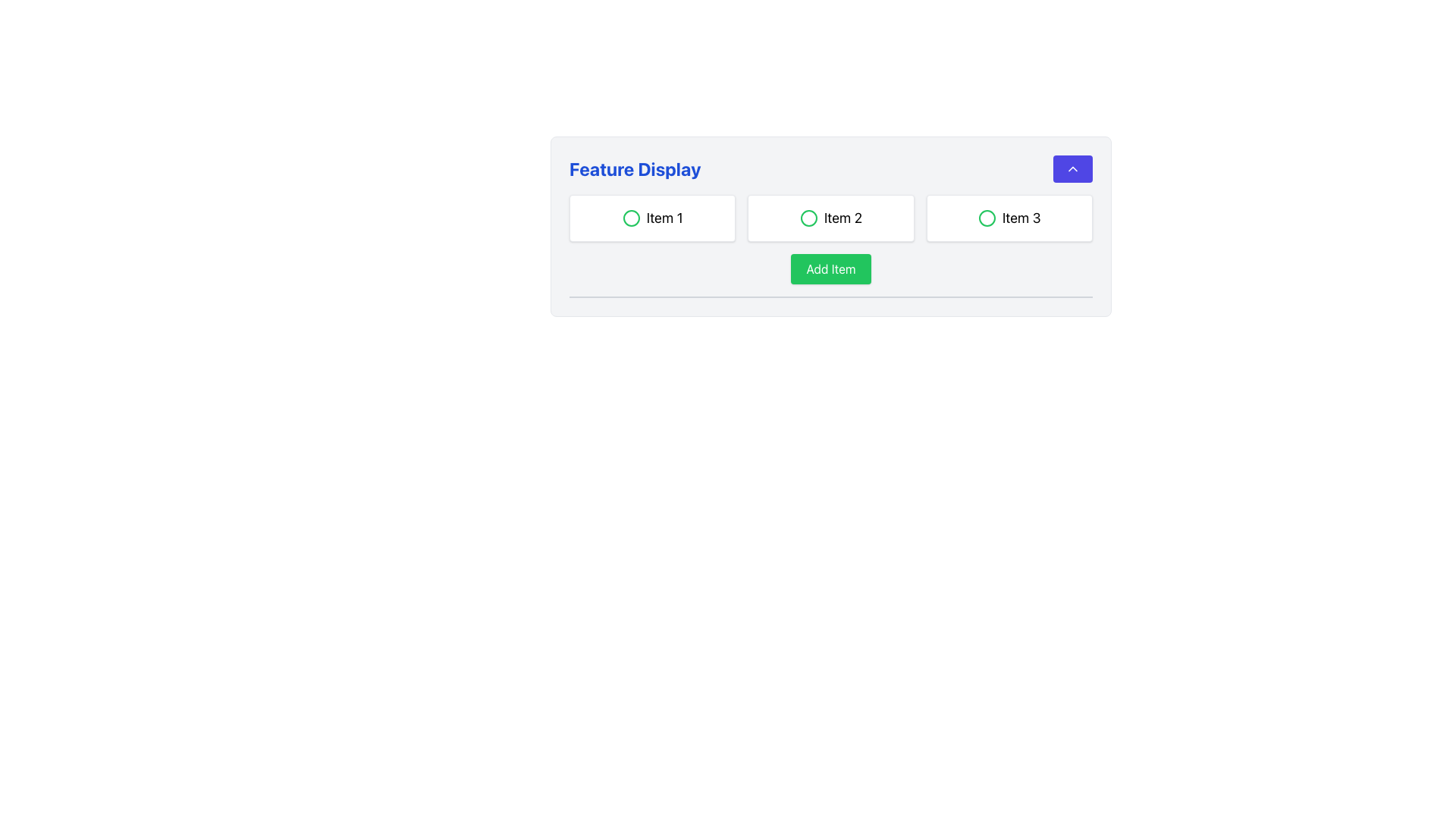 This screenshot has height=819, width=1456. I want to click on the selectable item labeled 'Item 1', which is the first item in a horizontal grid layout, so click(652, 218).